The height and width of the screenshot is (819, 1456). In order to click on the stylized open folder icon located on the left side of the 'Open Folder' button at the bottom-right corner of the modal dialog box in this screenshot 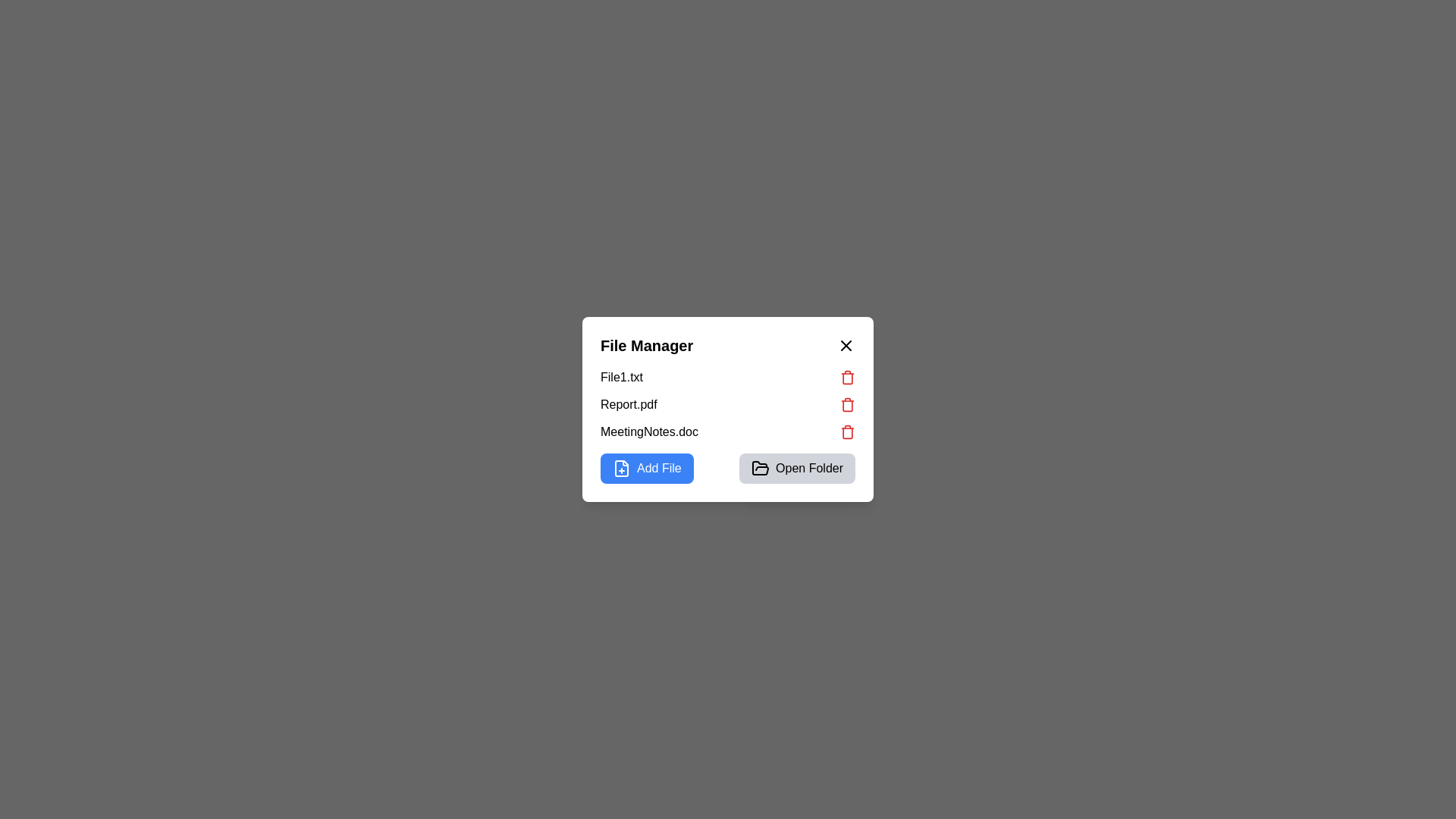, I will do `click(761, 467)`.